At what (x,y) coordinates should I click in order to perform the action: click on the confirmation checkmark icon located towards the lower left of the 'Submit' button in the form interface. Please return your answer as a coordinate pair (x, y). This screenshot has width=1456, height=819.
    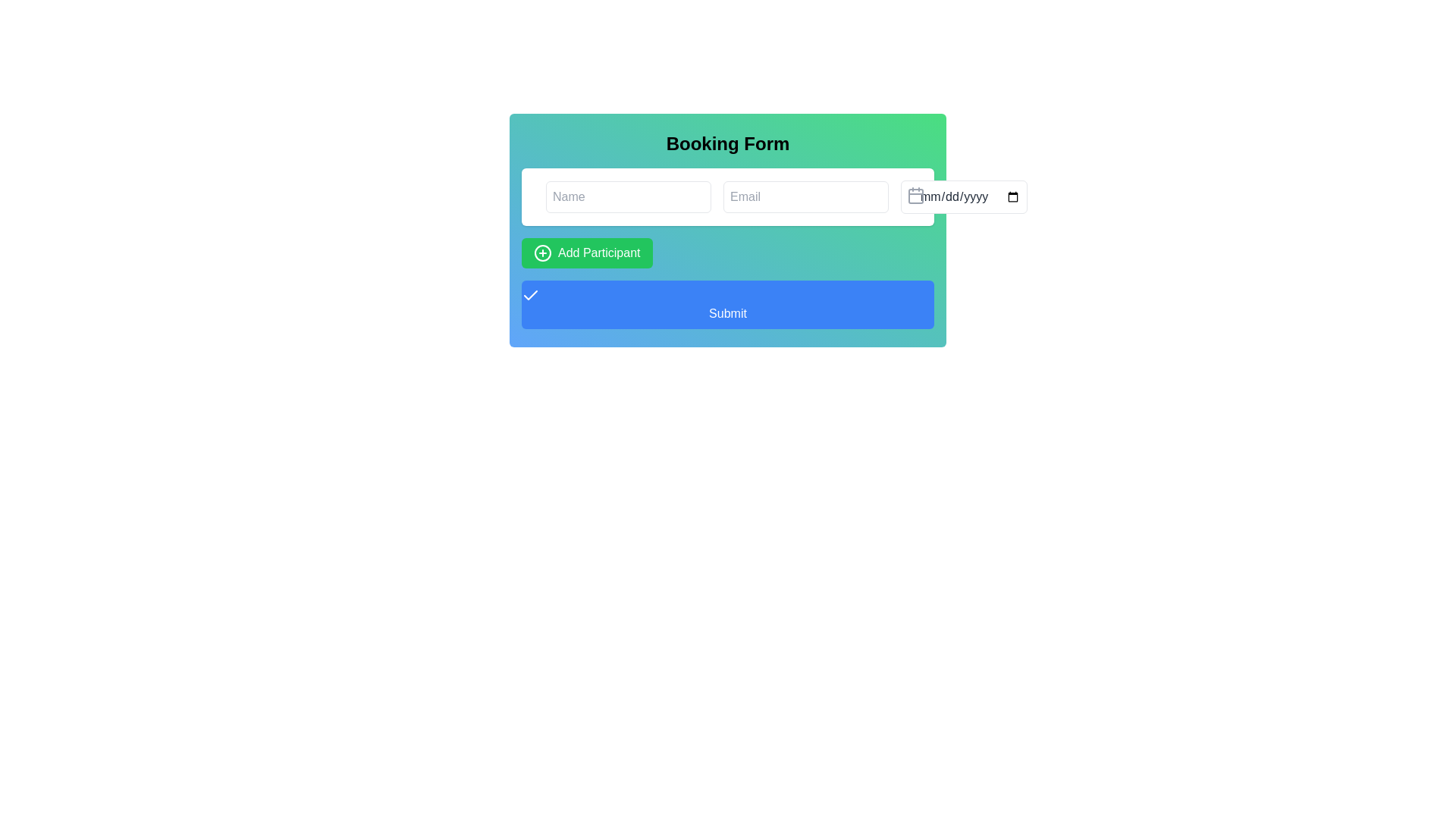
    Looking at the image, I should click on (531, 295).